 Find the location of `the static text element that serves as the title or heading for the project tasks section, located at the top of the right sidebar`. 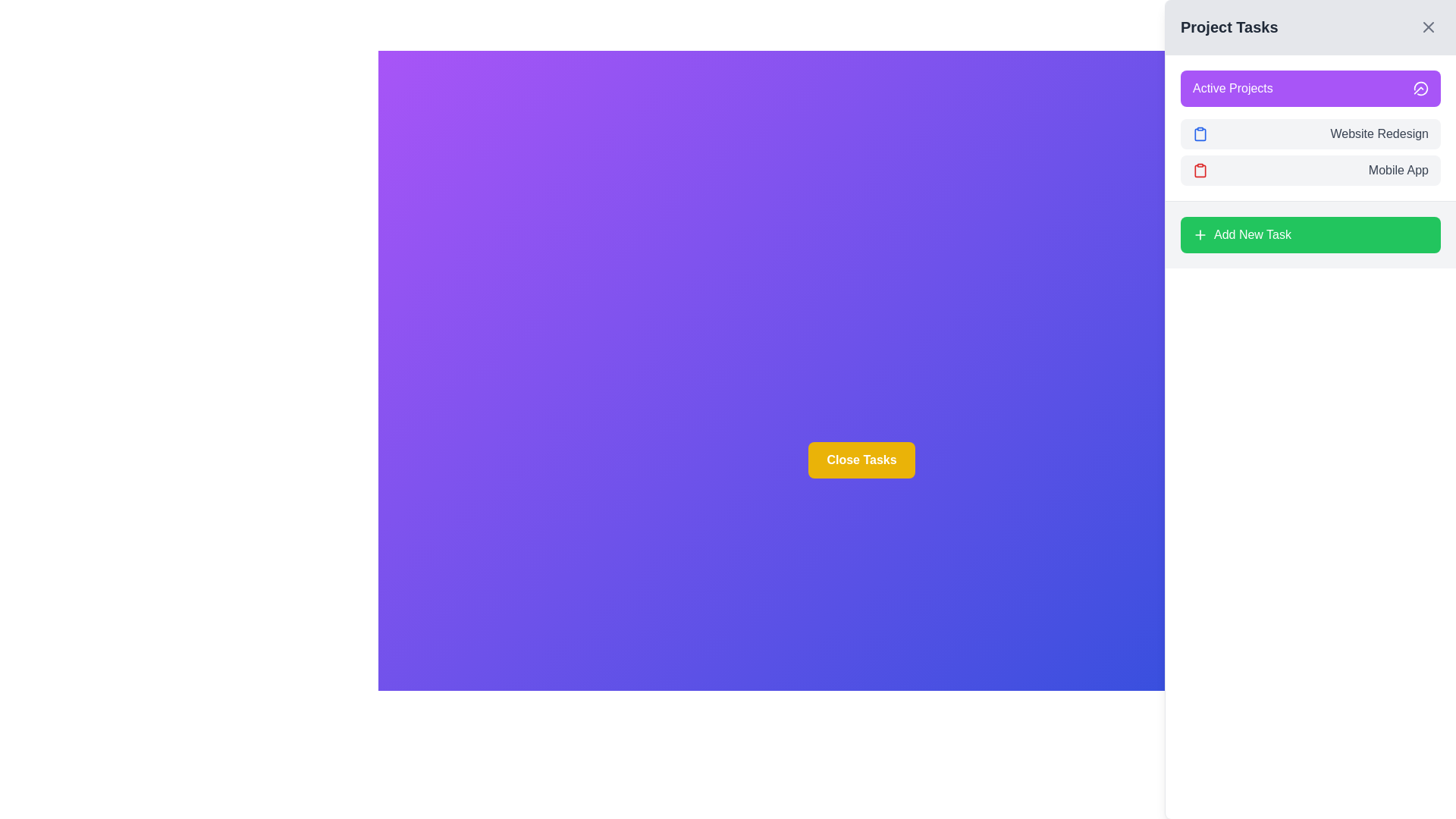

the static text element that serves as the title or heading for the project tasks section, located at the top of the right sidebar is located at coordinates (1229, 27).